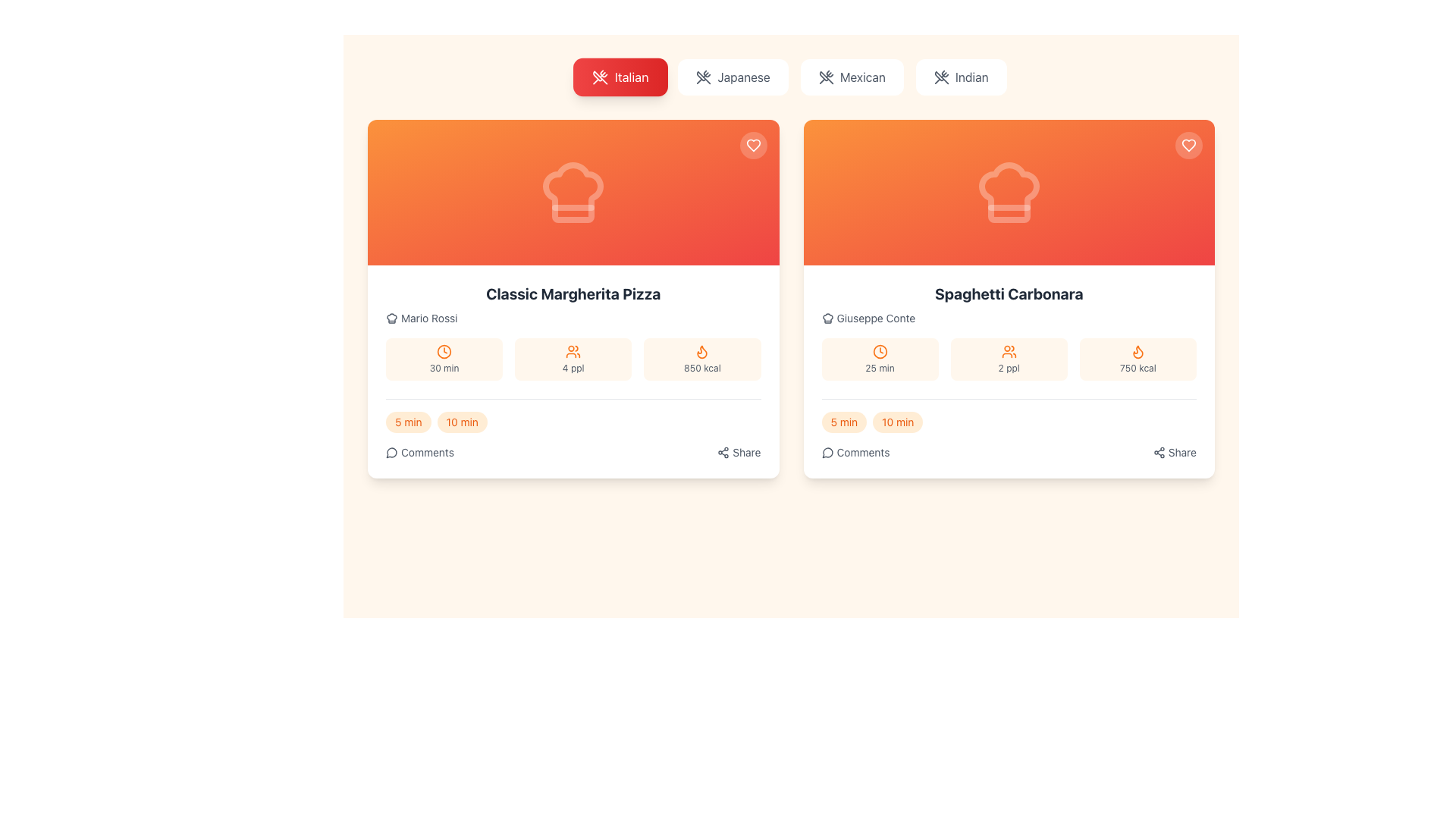 Image resolution: width=1456 pixels, height=819 pixels. Describe the element at coordinates (701, 352) in the screenshot. I see `the calorie indicator icon located at the bottom-right section of the recipe card, below the header and next to the calorie figure` at that location.